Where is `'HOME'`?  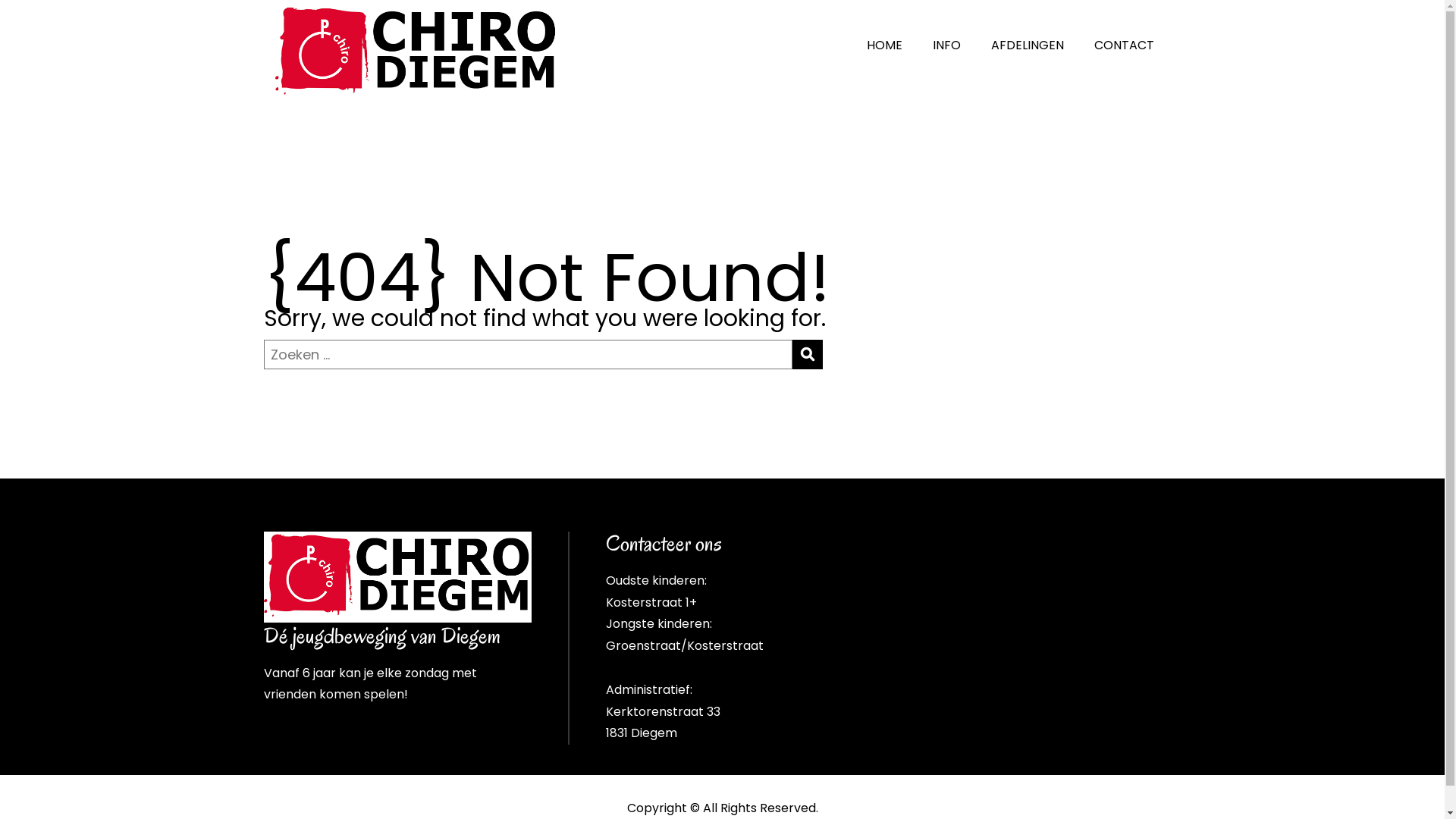
'HOME' is located at coordinates (884, 45).